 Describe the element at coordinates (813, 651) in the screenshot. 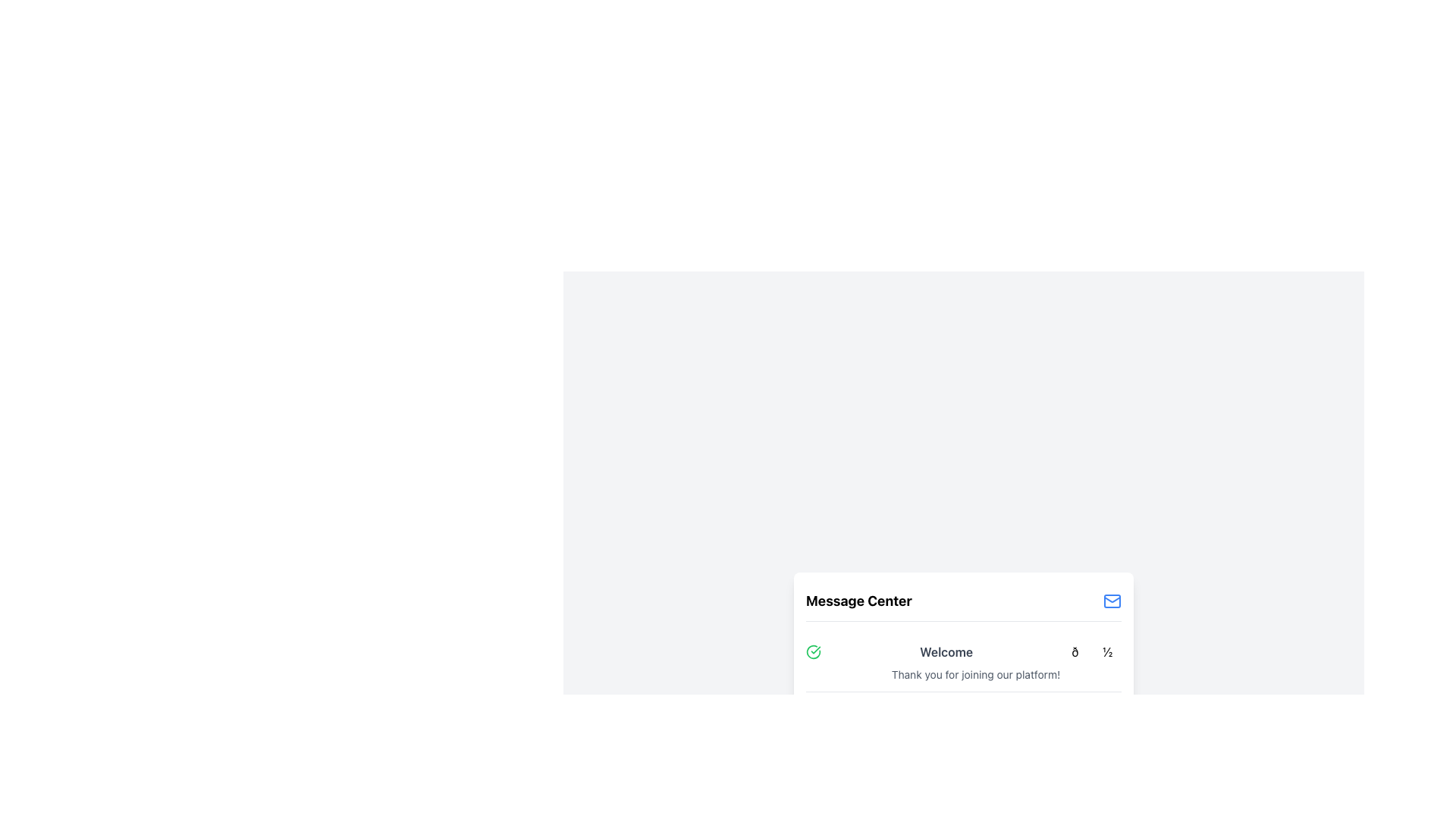

I see `the circular check icon represented by a green stroke in the SVG graphic within the Message Center section` at that location.